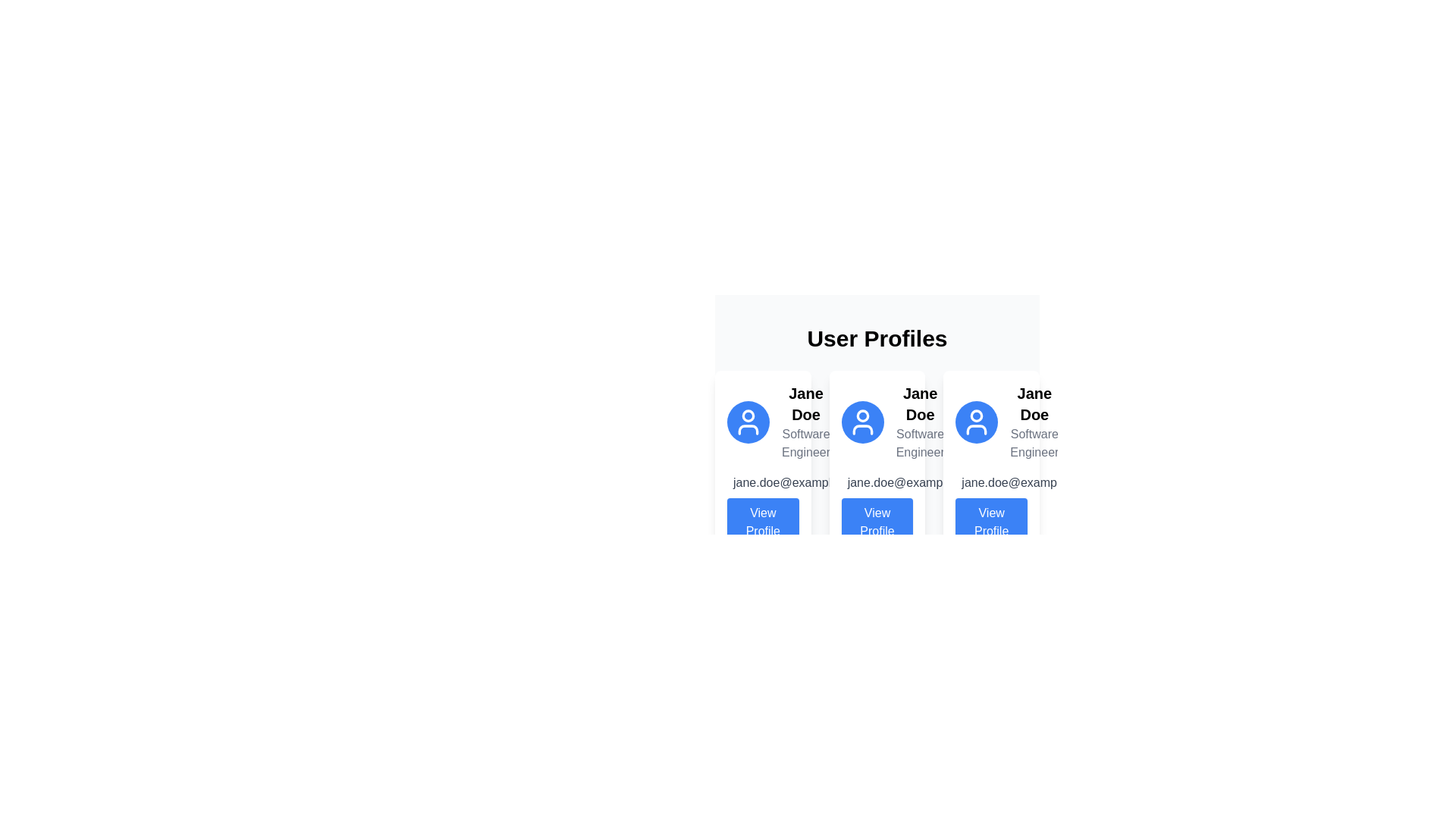 This screenshot has width=1456, height=819. I want to click on the Circular user avatar icon located at the top middle section of the profile card interface, so click(748, 415).